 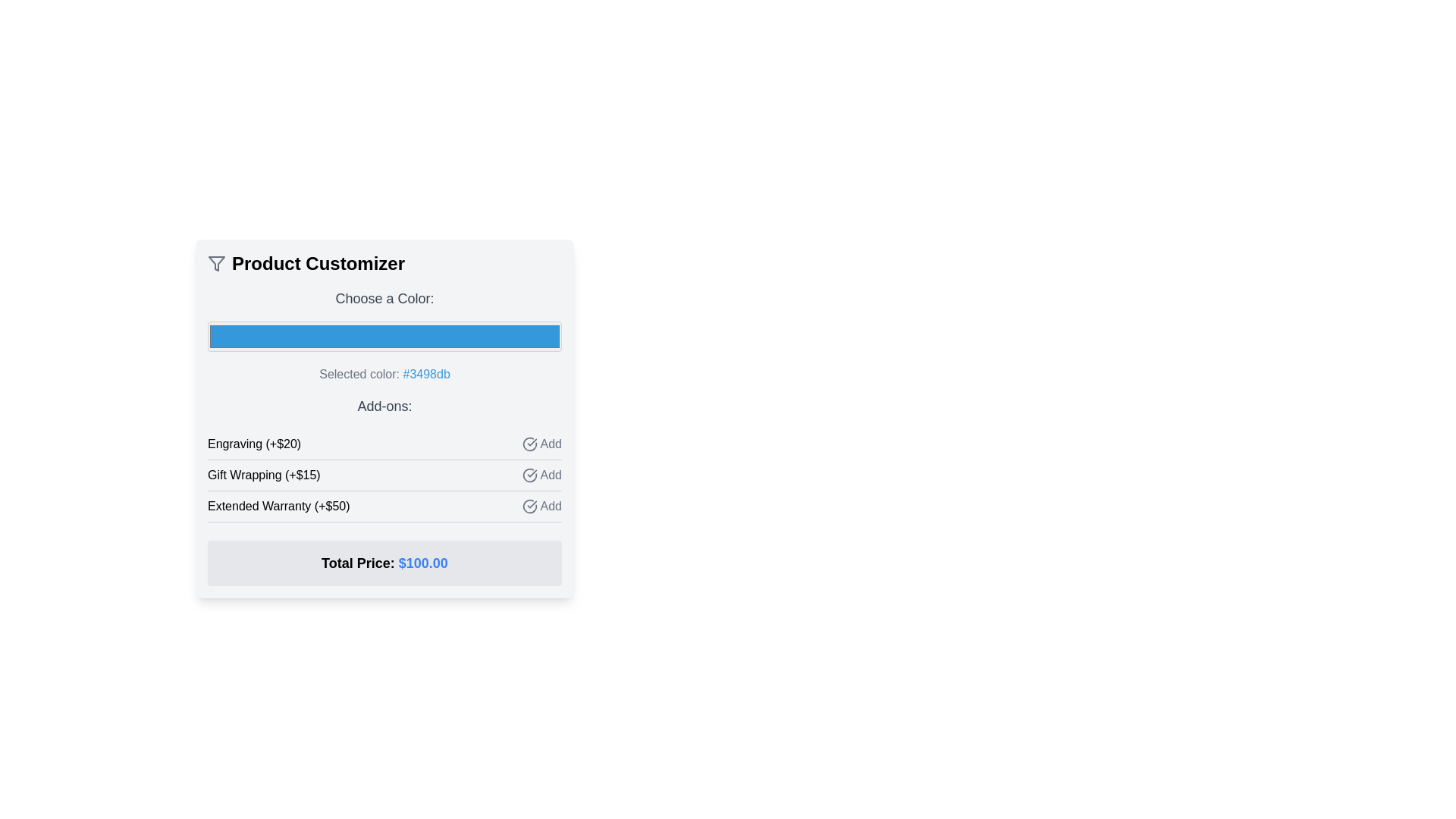 What do you see at coordinates (384, 335) in the screenshot?
I see `the color input field, which is a wide rectangular box with rounded corners and a blue shade (#3498db)` at bounding box center [384, 335].